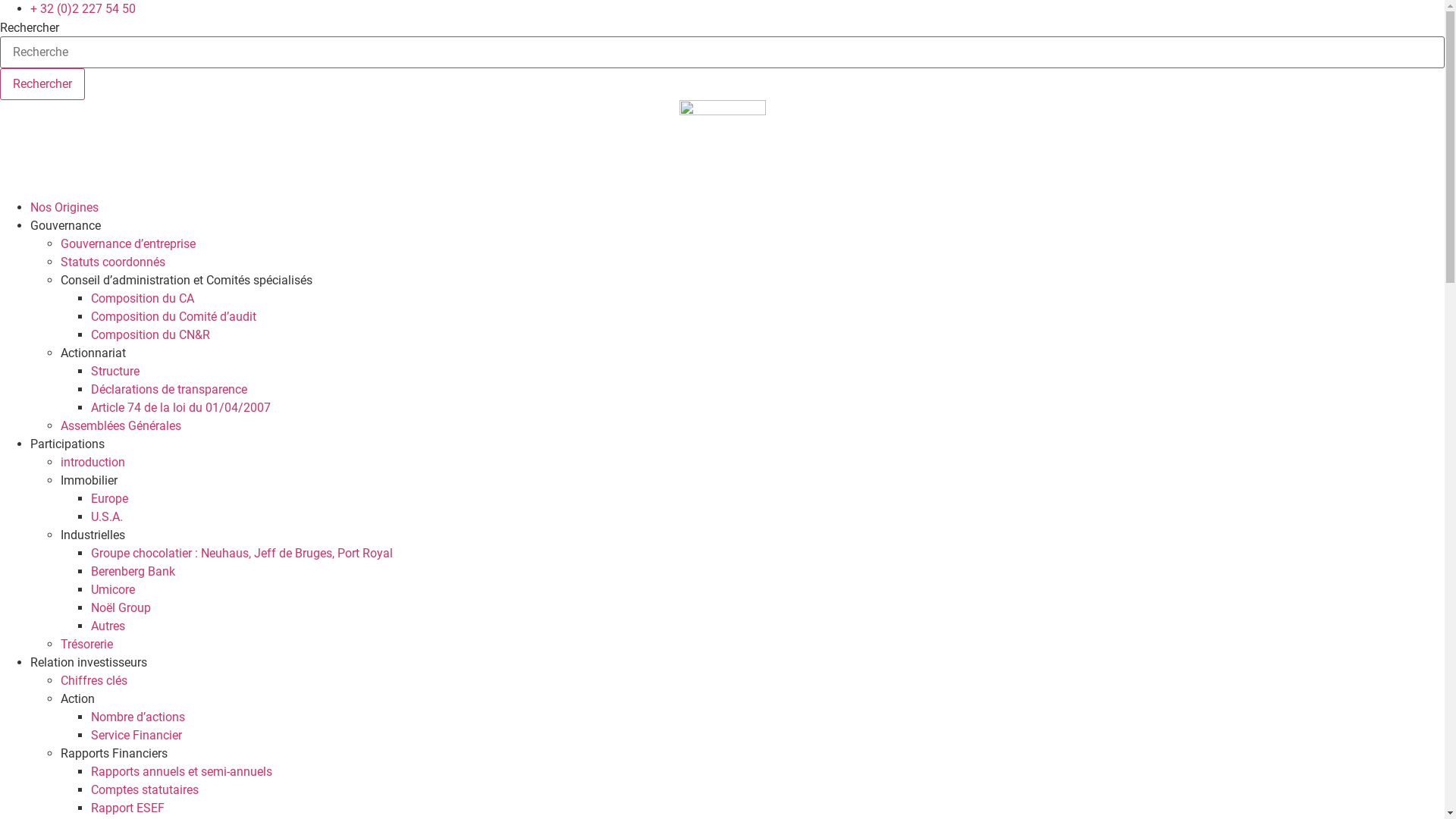  What do you see at coordinates (108, 498) in the screenshot?
I see `'Europe'` at bounding box center [108, 498].